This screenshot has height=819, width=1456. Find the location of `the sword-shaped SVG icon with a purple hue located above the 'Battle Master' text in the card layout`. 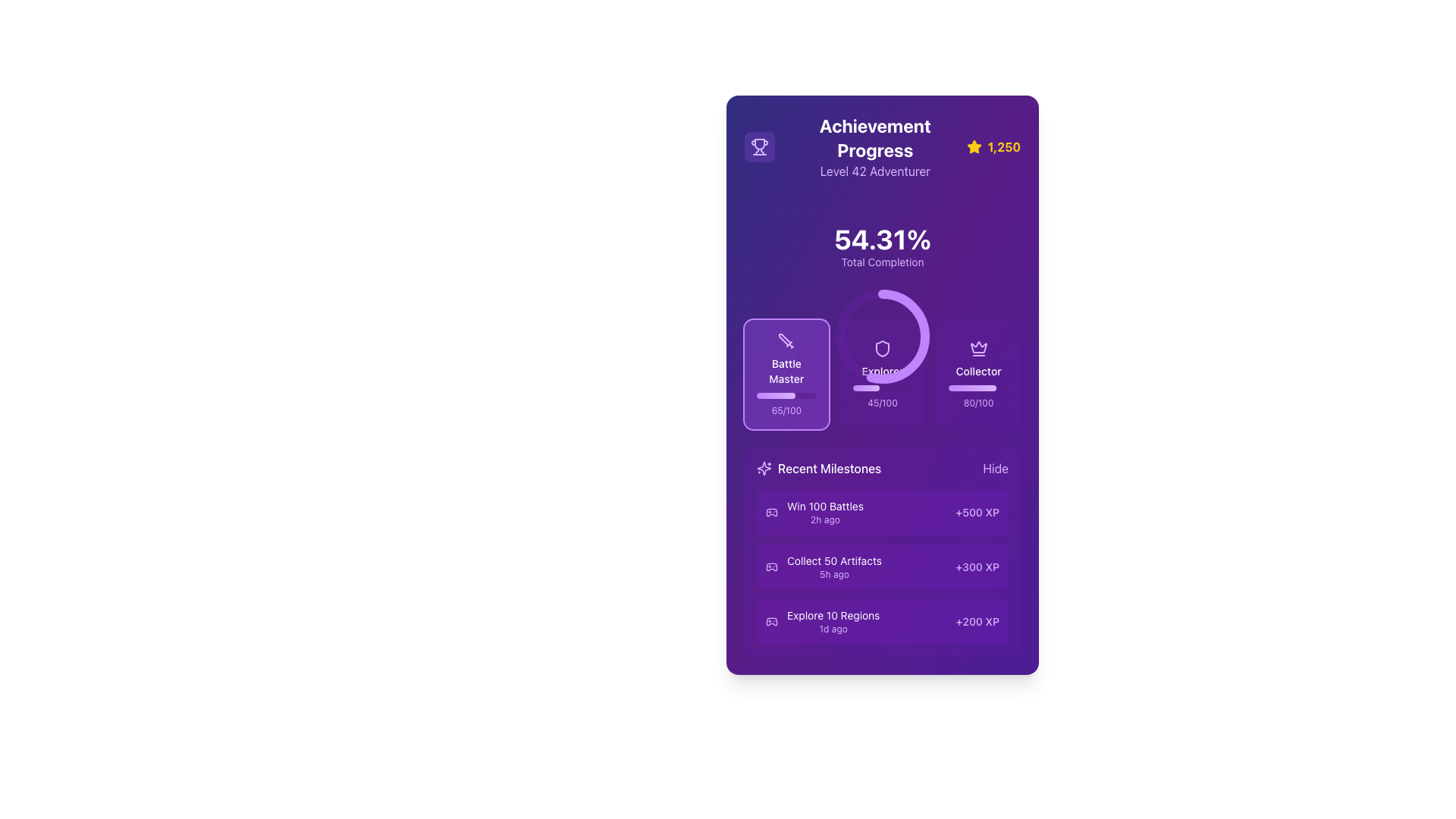

the sword-shaped SVG icon with a purple hue located above the 'Battle Master' text in the card layout is located at coordinates (786, 341).